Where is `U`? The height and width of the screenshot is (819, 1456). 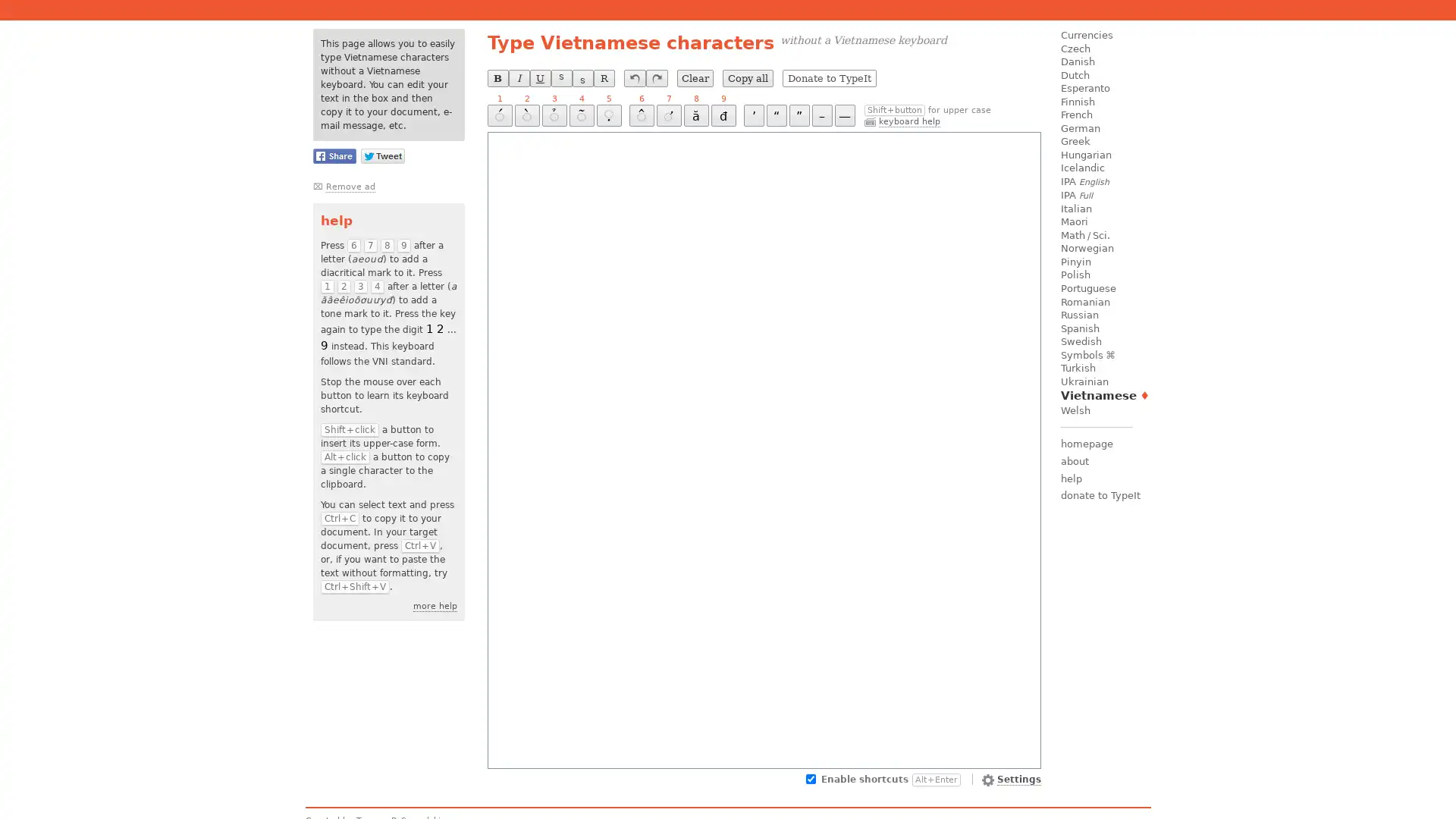
U is located at coordinates (539, 78).